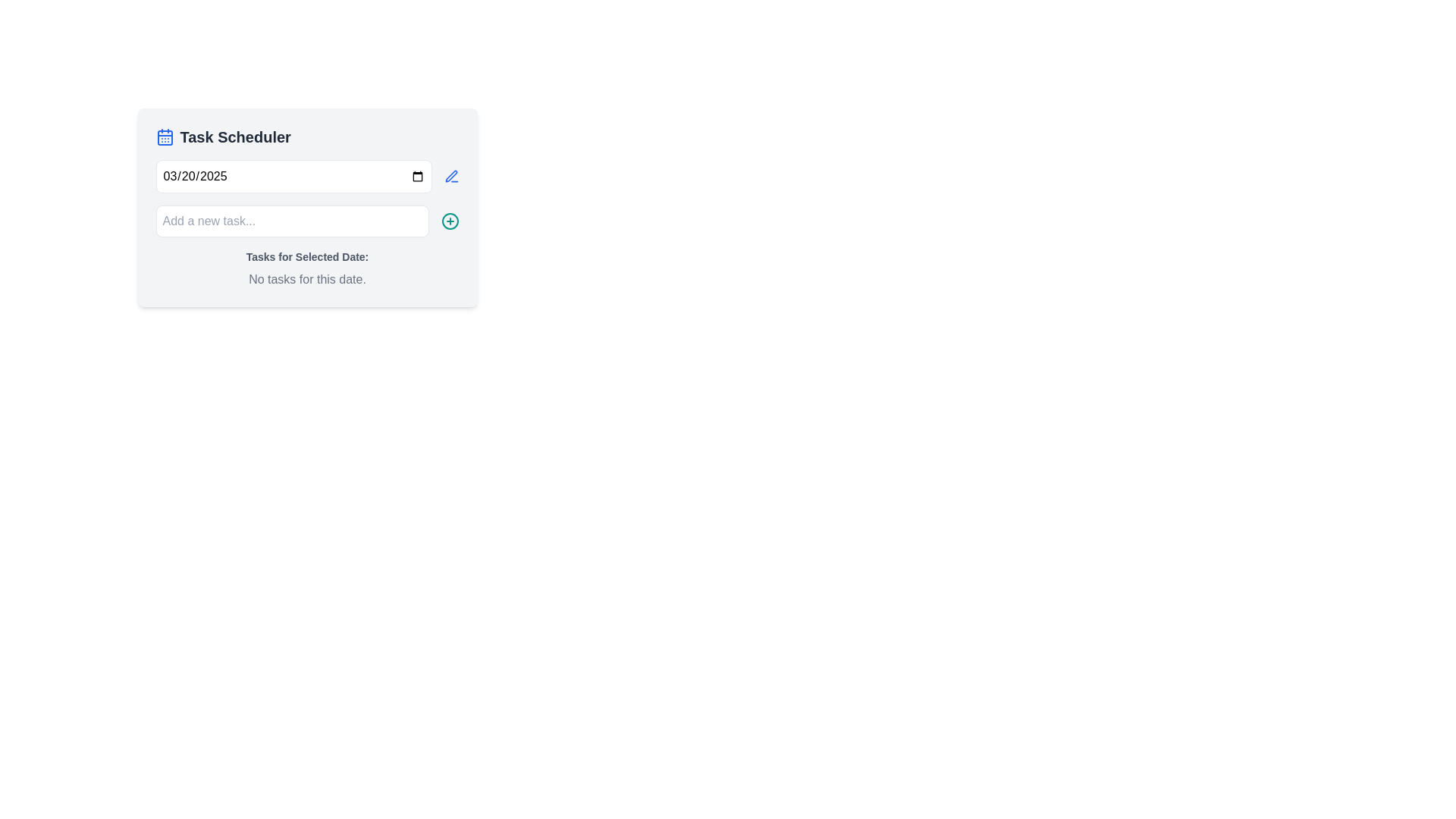  What do you see at coordinates (449, 221) in the screenshot?
I see `the circular plus icon represented by the SVG Circle element located at the bottom-right corner of the task input field in the task scheduler interface` at bounding box center [449, 221].